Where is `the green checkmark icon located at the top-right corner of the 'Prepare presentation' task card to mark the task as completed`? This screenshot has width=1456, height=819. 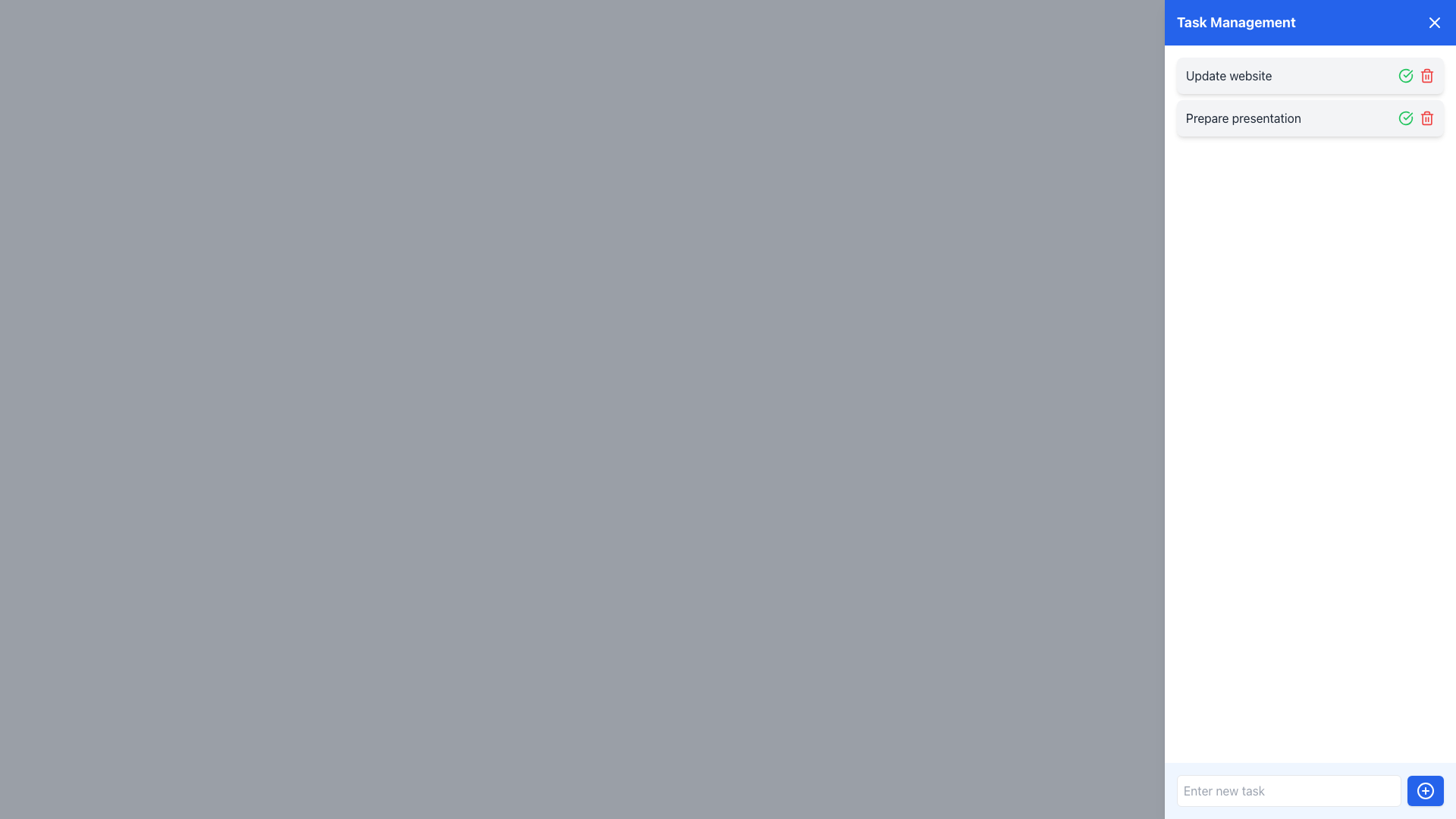 the green checkmark icon located at the top-right corner of the 'Prepare presentation' task card to mark the task as completed is located at coordinates (1415, 117).